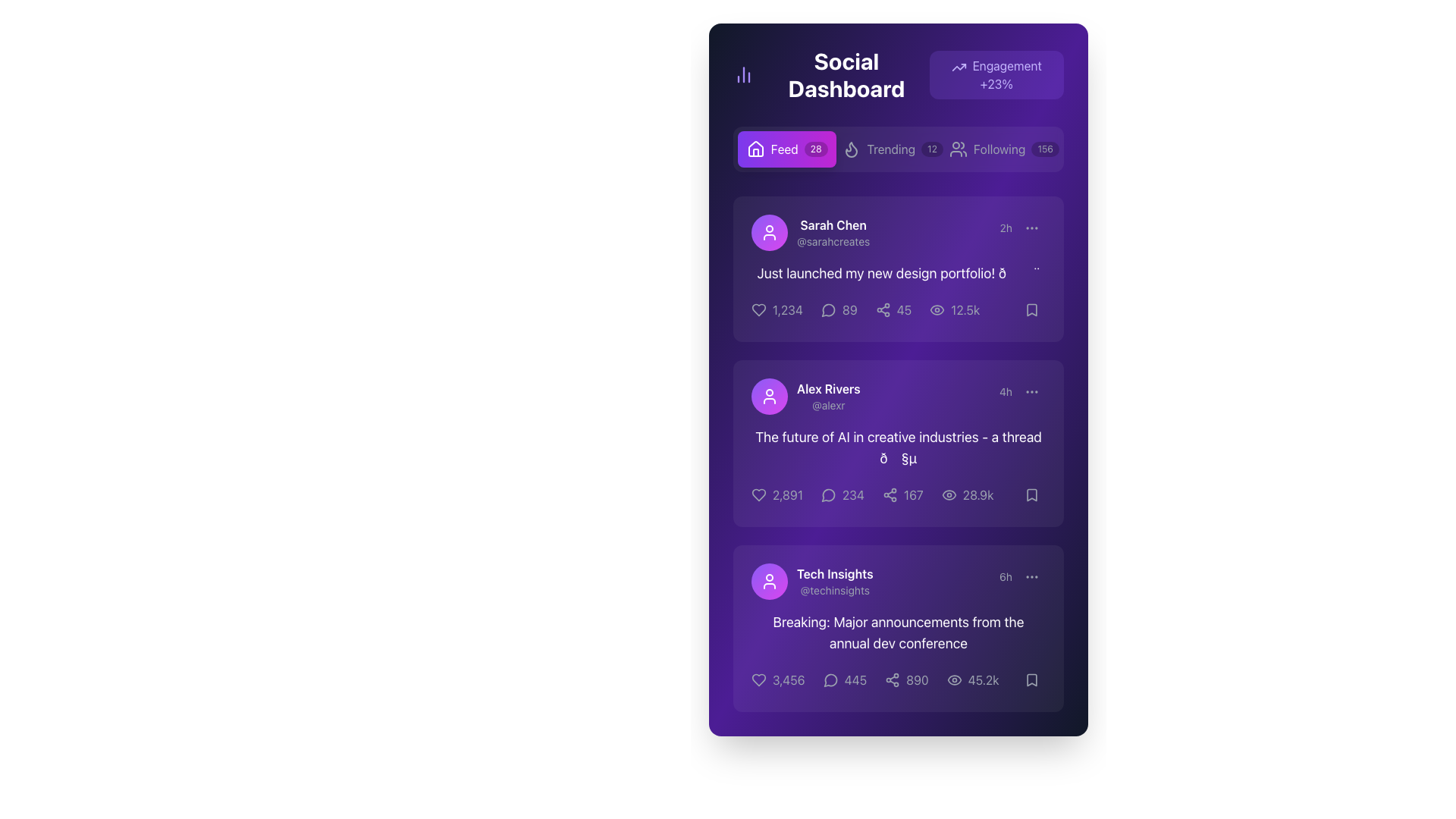 Image resolution: width=1456 pixels, height=819 pixels. Describe the element at coordinates (841, 494) in the screenshot. I see `the interactive text and icon button displaying the comment count for the second post` at that location.